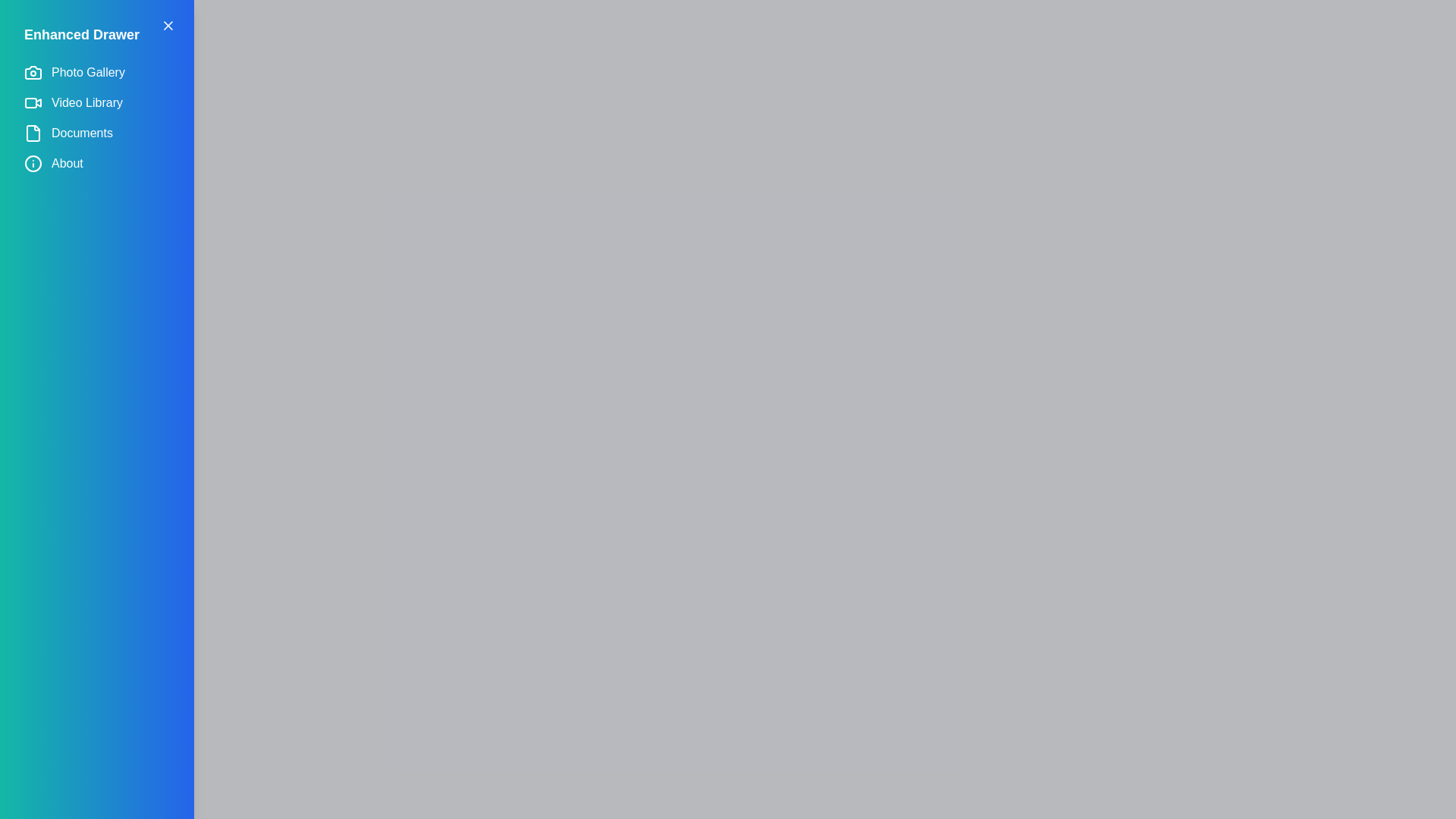  What do you see at coordinates (86, 102) in the screenshot?
I see `the 'Video Library' label located in the left-side panel, which is the second menu item in a vertical list, aligned with a video icon` at bounding box center [86, 102].